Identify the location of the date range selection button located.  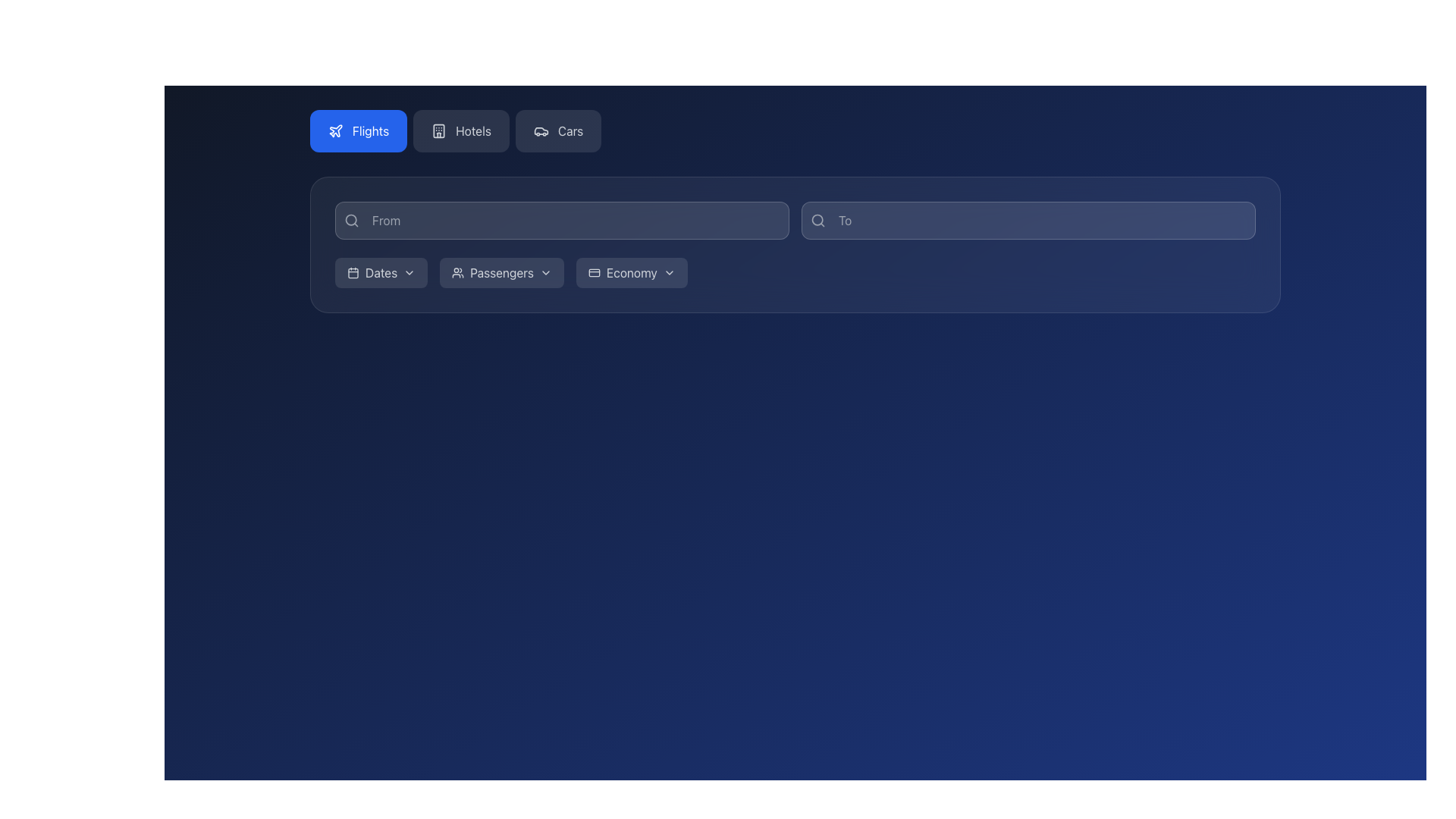
(381, 271).